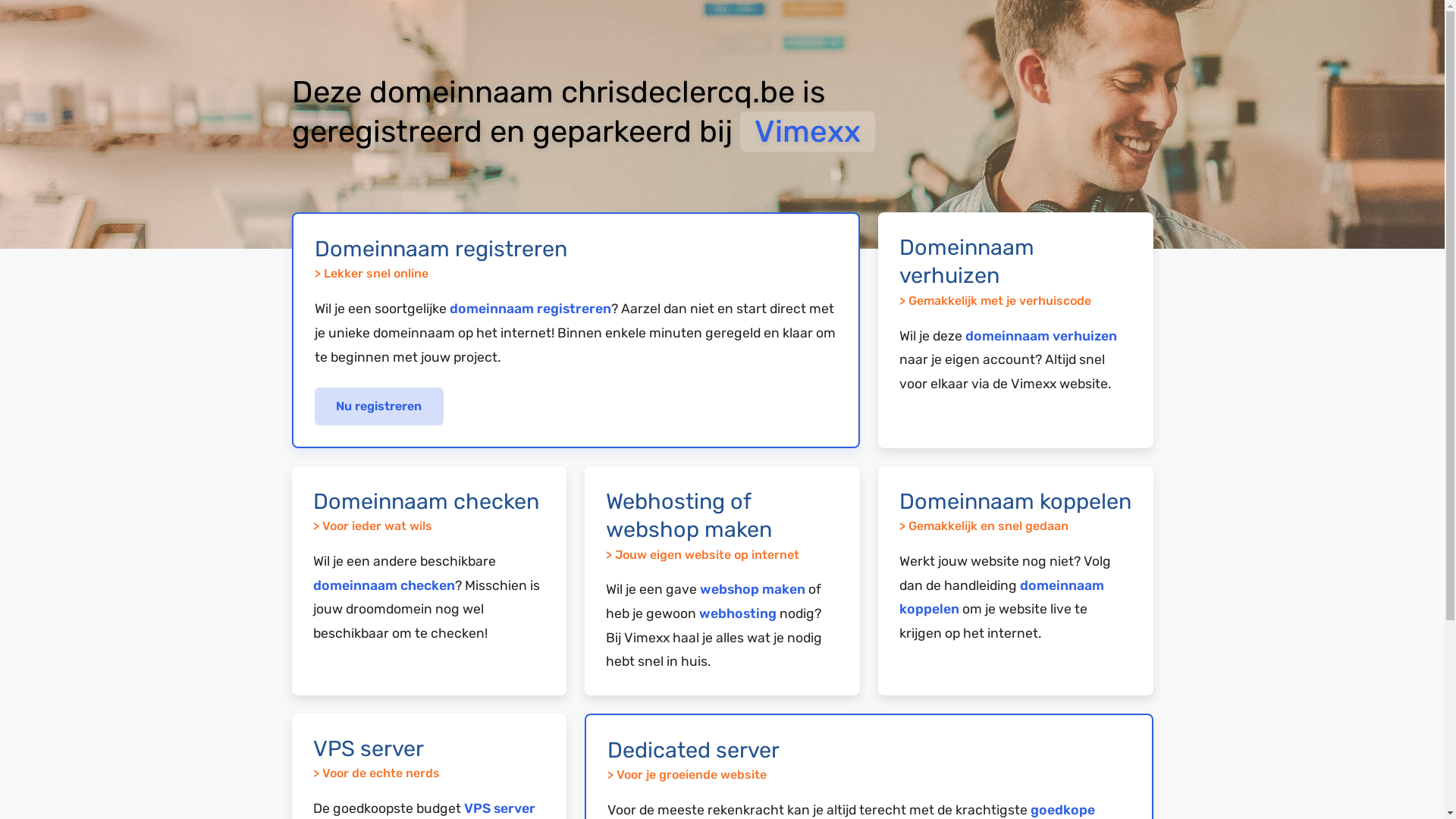 The height and width of the screenshot is (819, 1456). Describe the element at coordinates (738, 613) in the screenshot. I see `'webhosting'` at that location.